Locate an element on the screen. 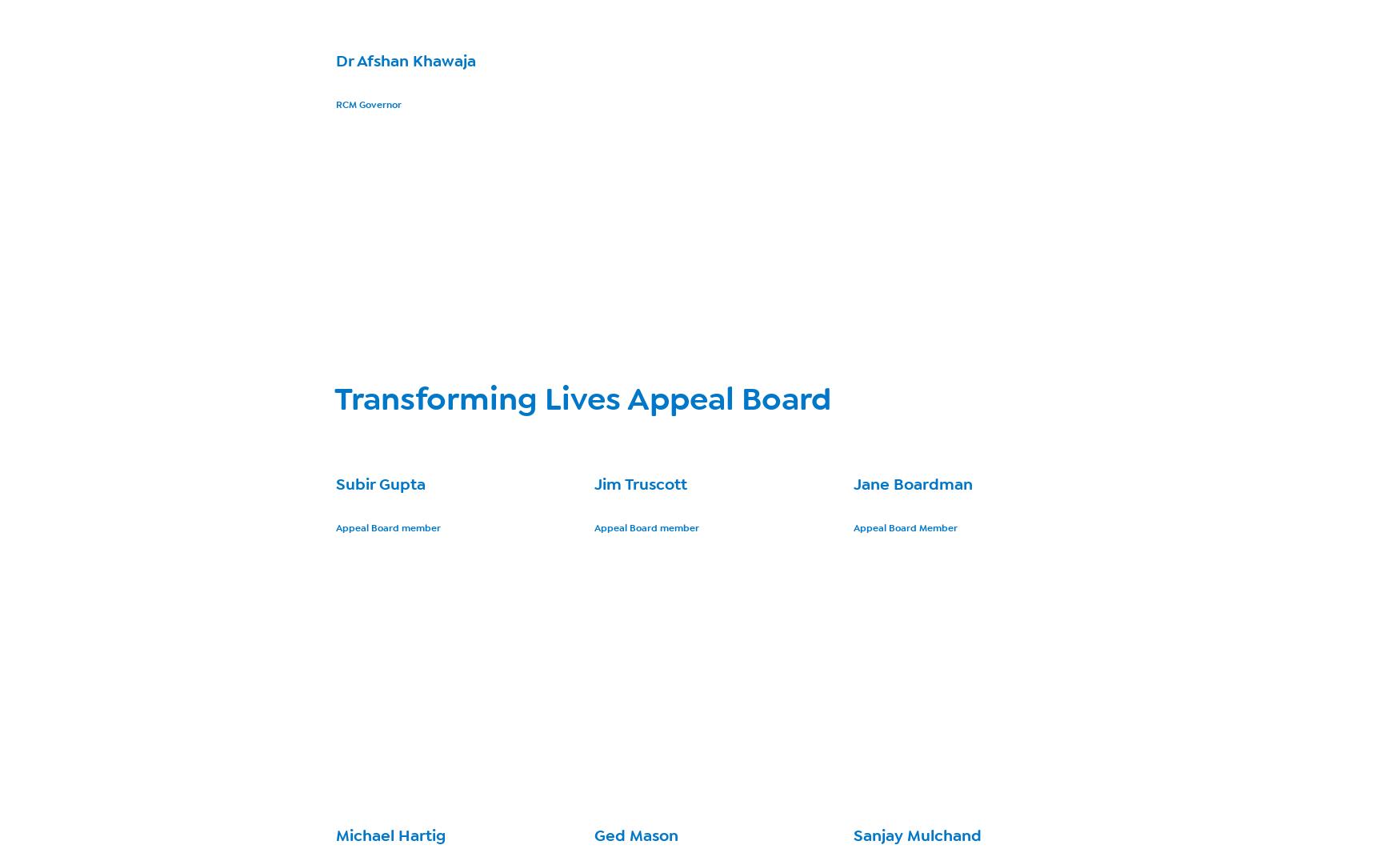 The height and width of the screenshot is (861, 1400). 'Dr Afshan Khawaja' is located at coordinates (405, 61).